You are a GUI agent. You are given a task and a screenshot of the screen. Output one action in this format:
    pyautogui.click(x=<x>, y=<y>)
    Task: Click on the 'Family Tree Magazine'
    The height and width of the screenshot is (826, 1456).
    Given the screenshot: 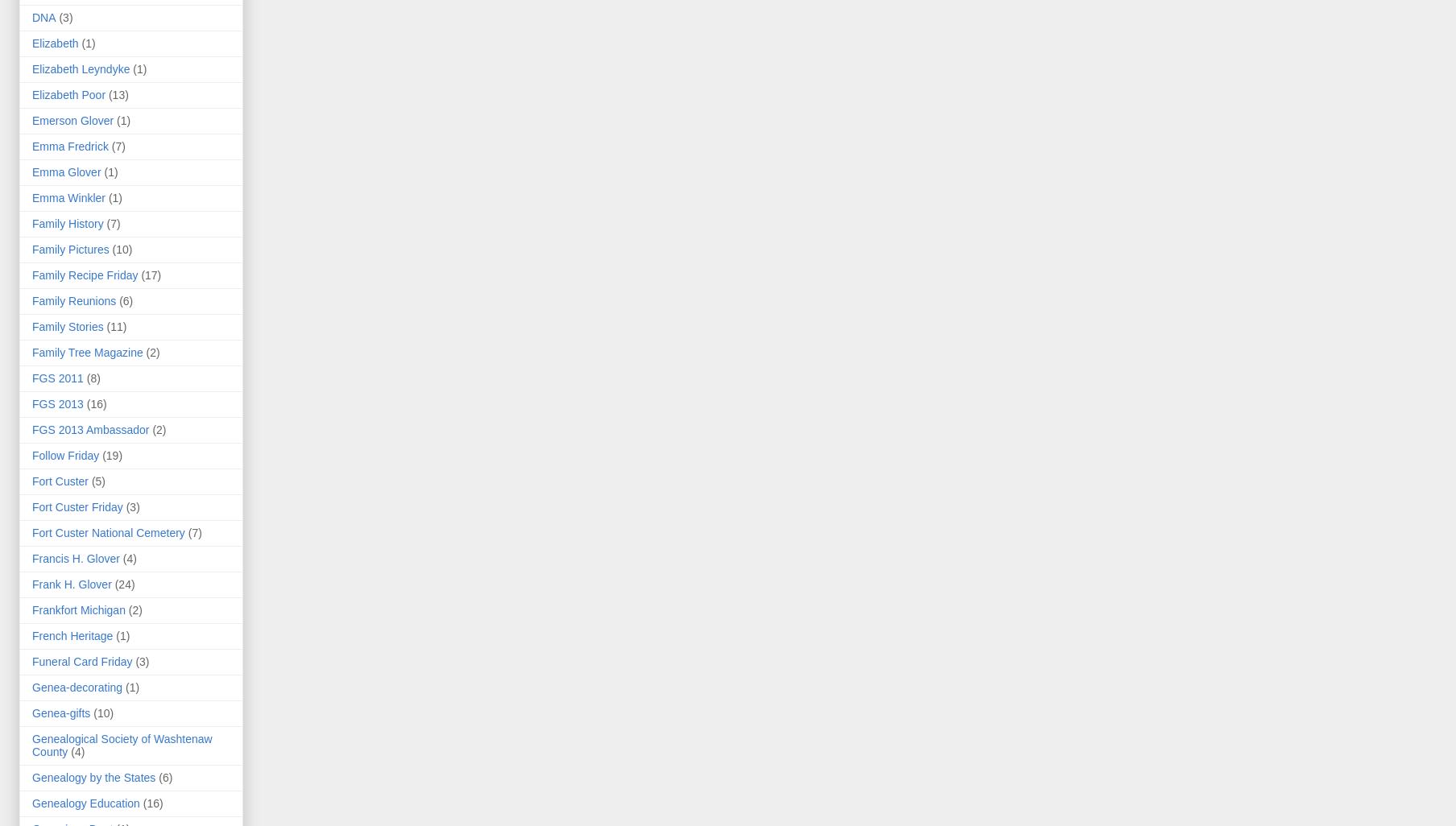 What is the action you would take?
    pyautogui.click(x=86, y=352)
    